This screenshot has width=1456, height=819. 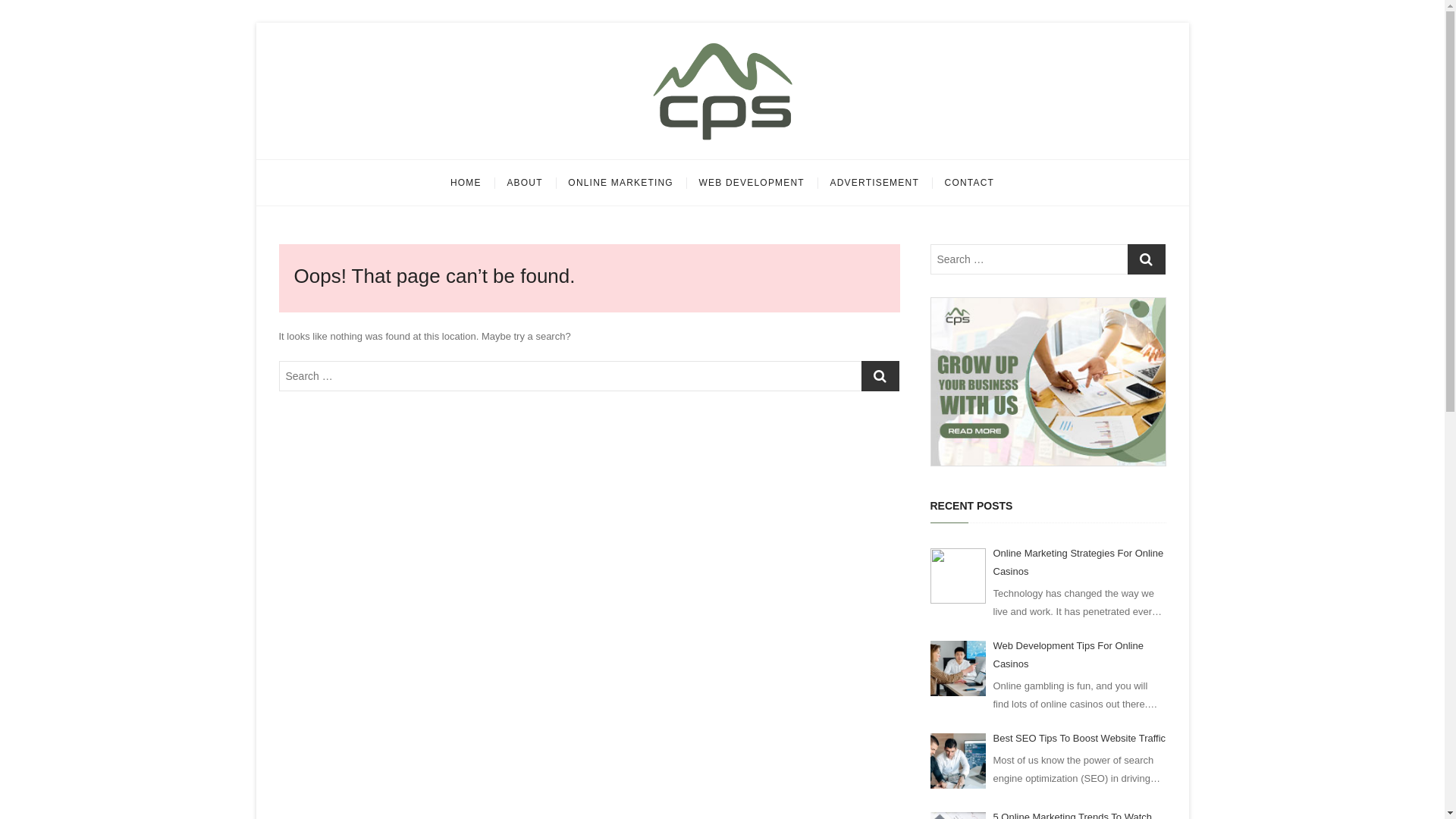 I want to click on 'ADVERTISEMENT', so click(x=874, y=181).